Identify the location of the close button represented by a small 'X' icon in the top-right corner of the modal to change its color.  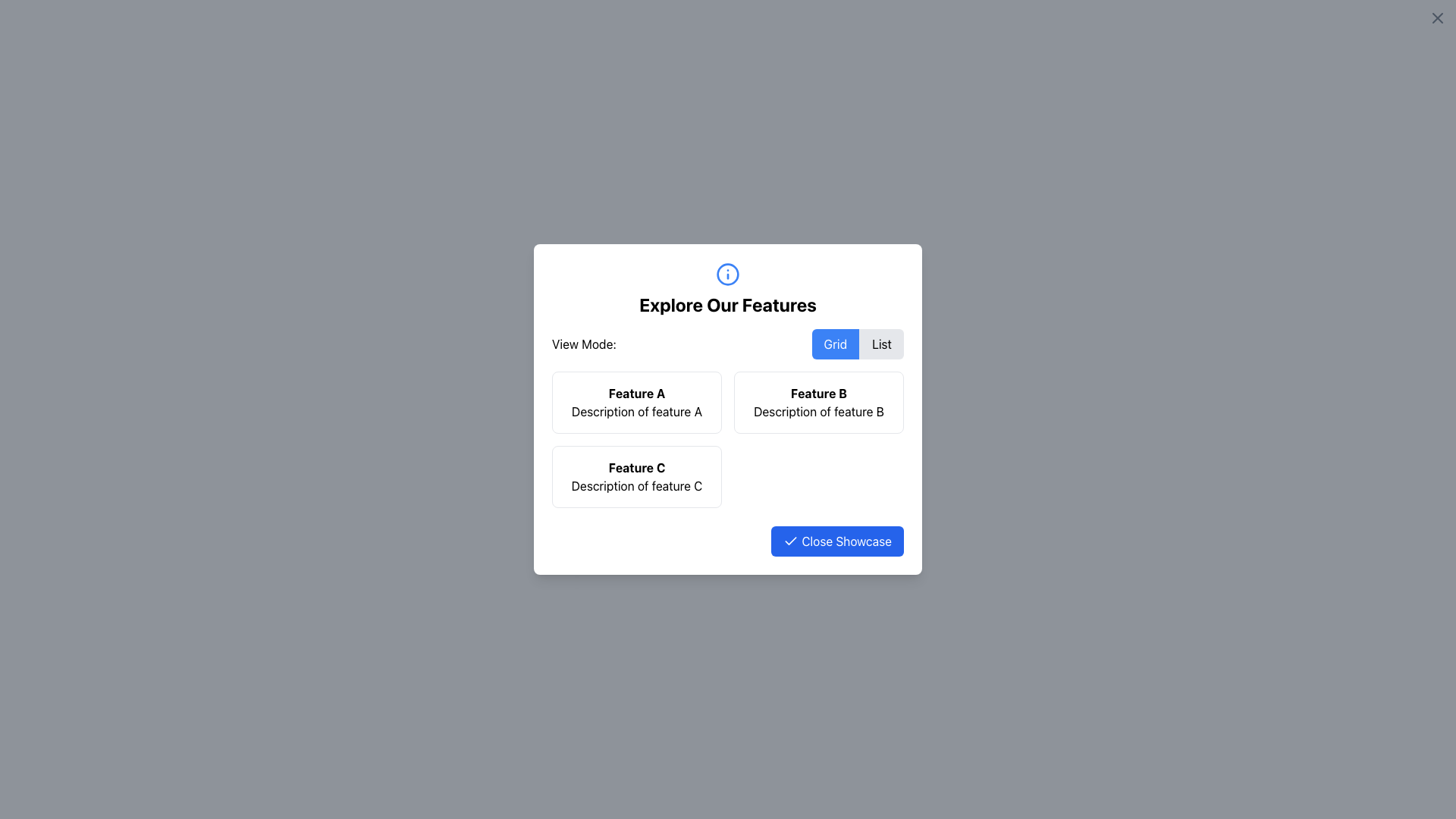
(1437, 17).